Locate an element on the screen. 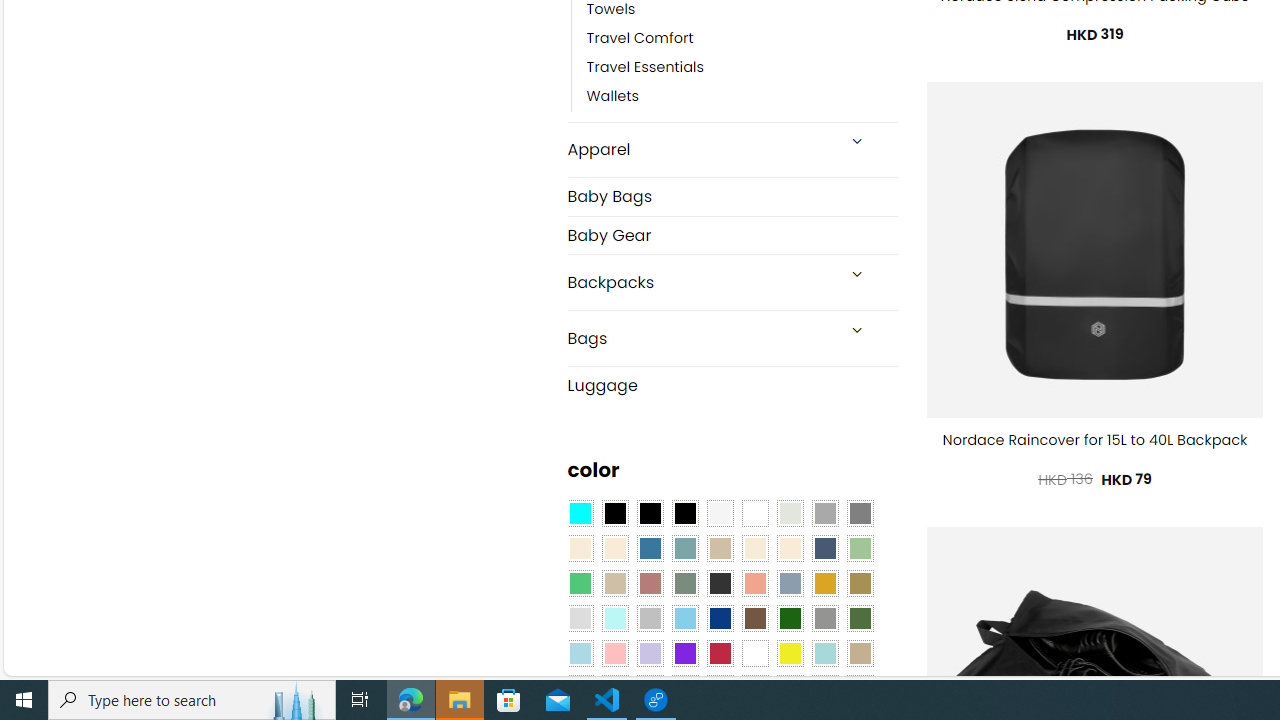 The height and width of the screenshot is (720, 1280). 'Beige' is located at coordinates (578, 549).